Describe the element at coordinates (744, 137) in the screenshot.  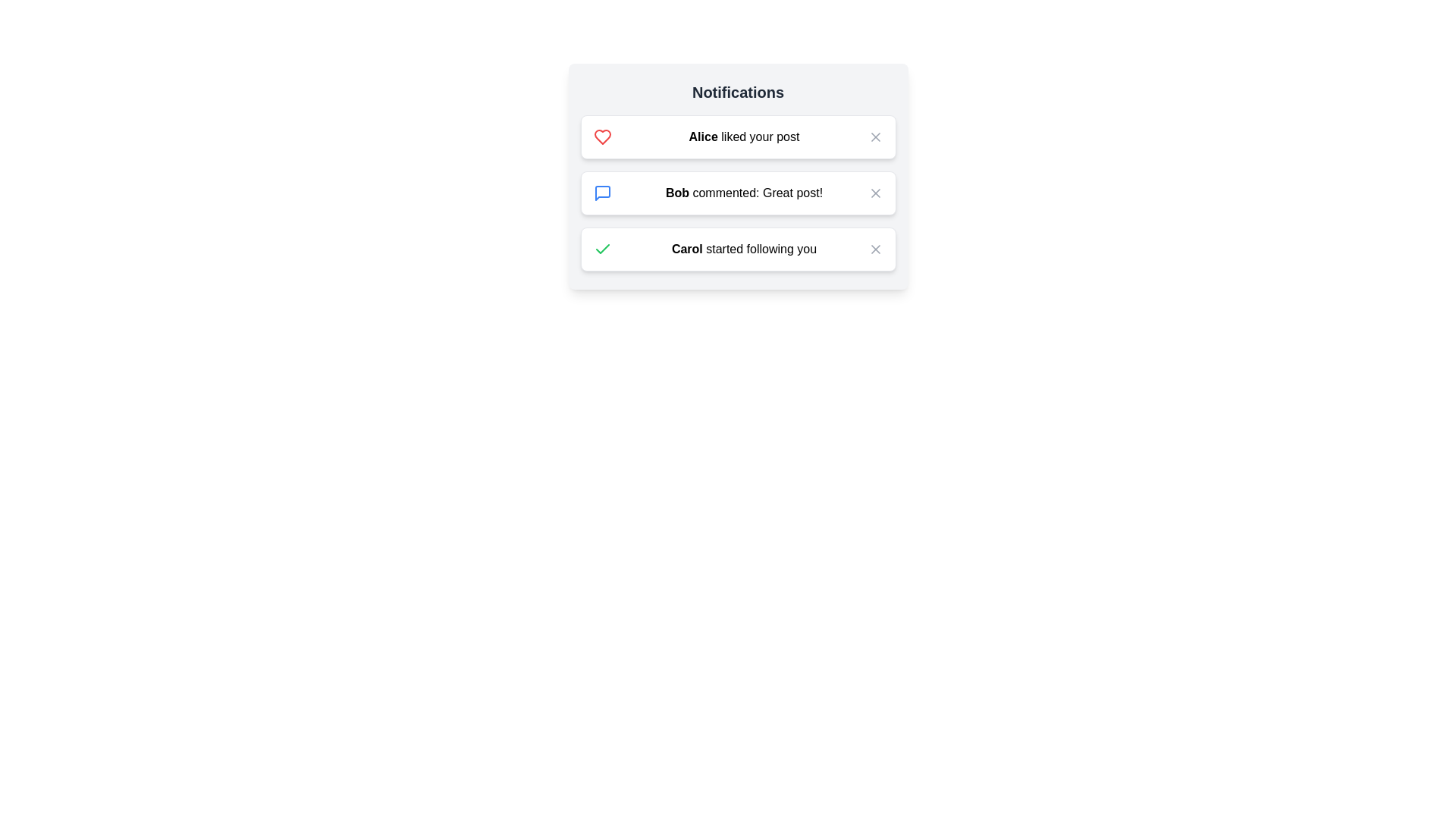
I see `the text label displaying 'Alice liked your post', which is located inside the first notification entry in the notifications panel, and is horizontally centered between a red heart icon and a close button` at that location.